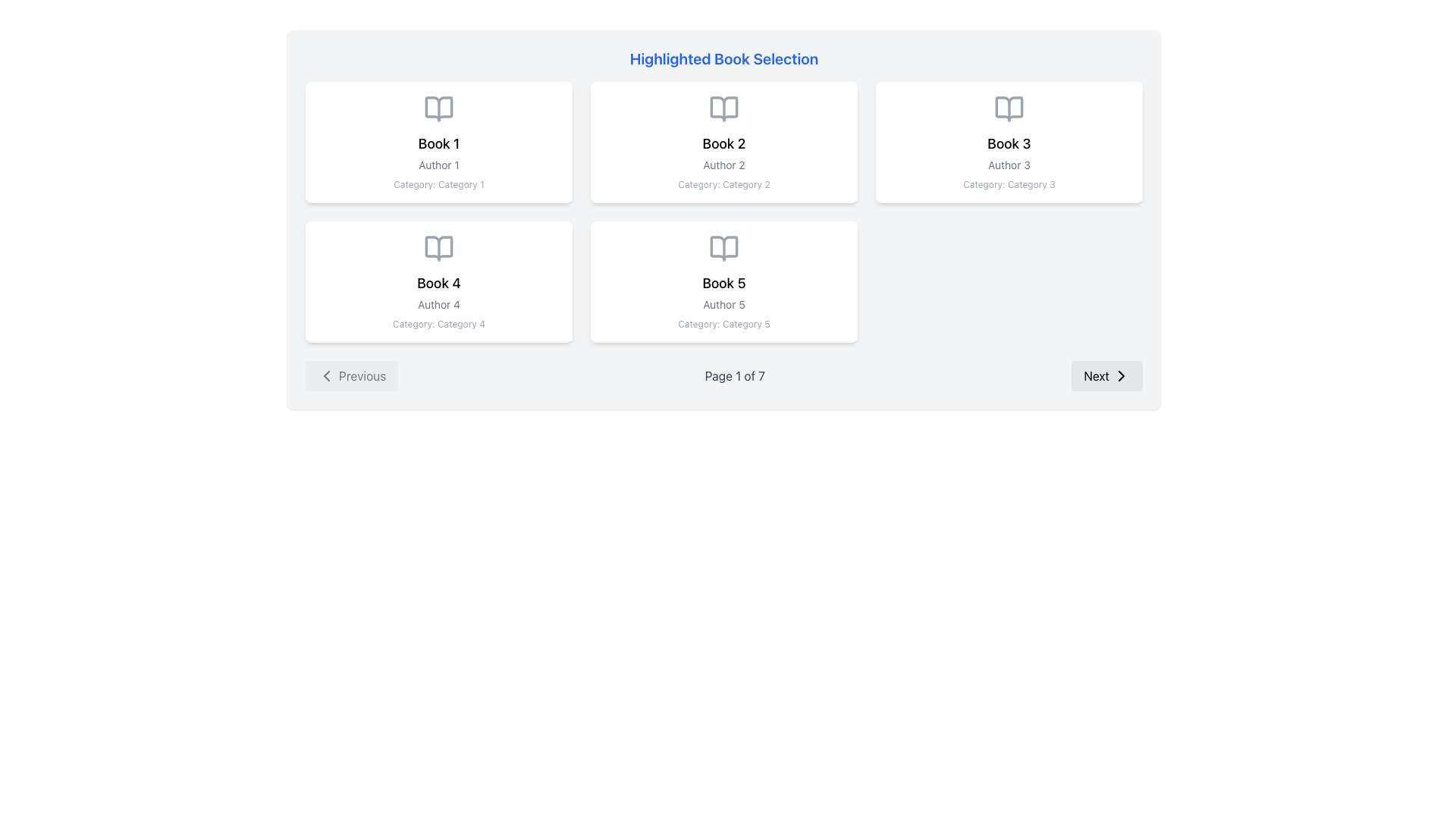  I want to click on the static text label displaying the author of 'Book 2', located directly below the title and above the category description in the top-center card of the grid layout, so click(723, 165).